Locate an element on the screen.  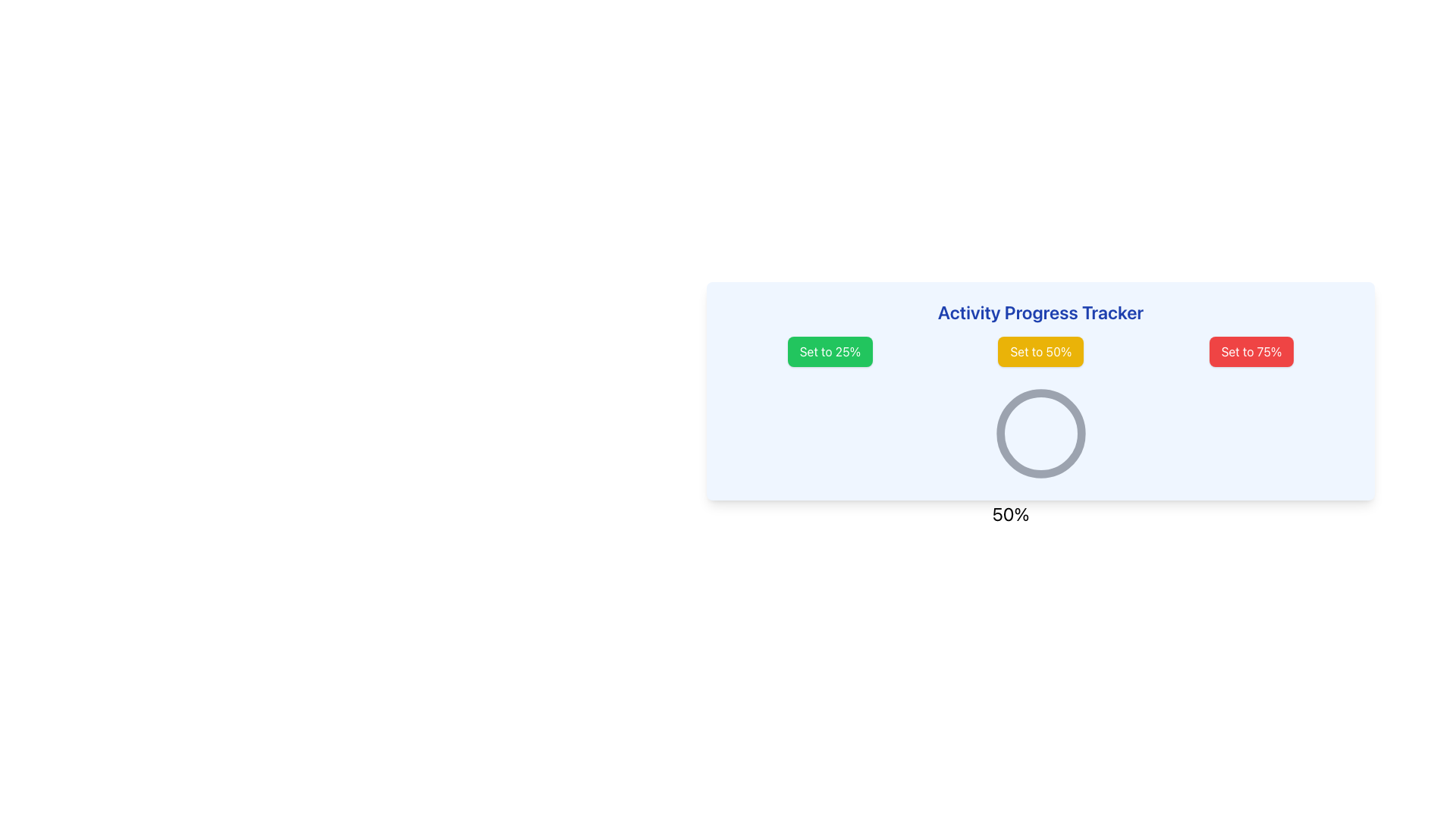
the red button labeled 'Set to 75%' located under the header 'Activity Progress Tracker' is located at coordinates (1251, 351).